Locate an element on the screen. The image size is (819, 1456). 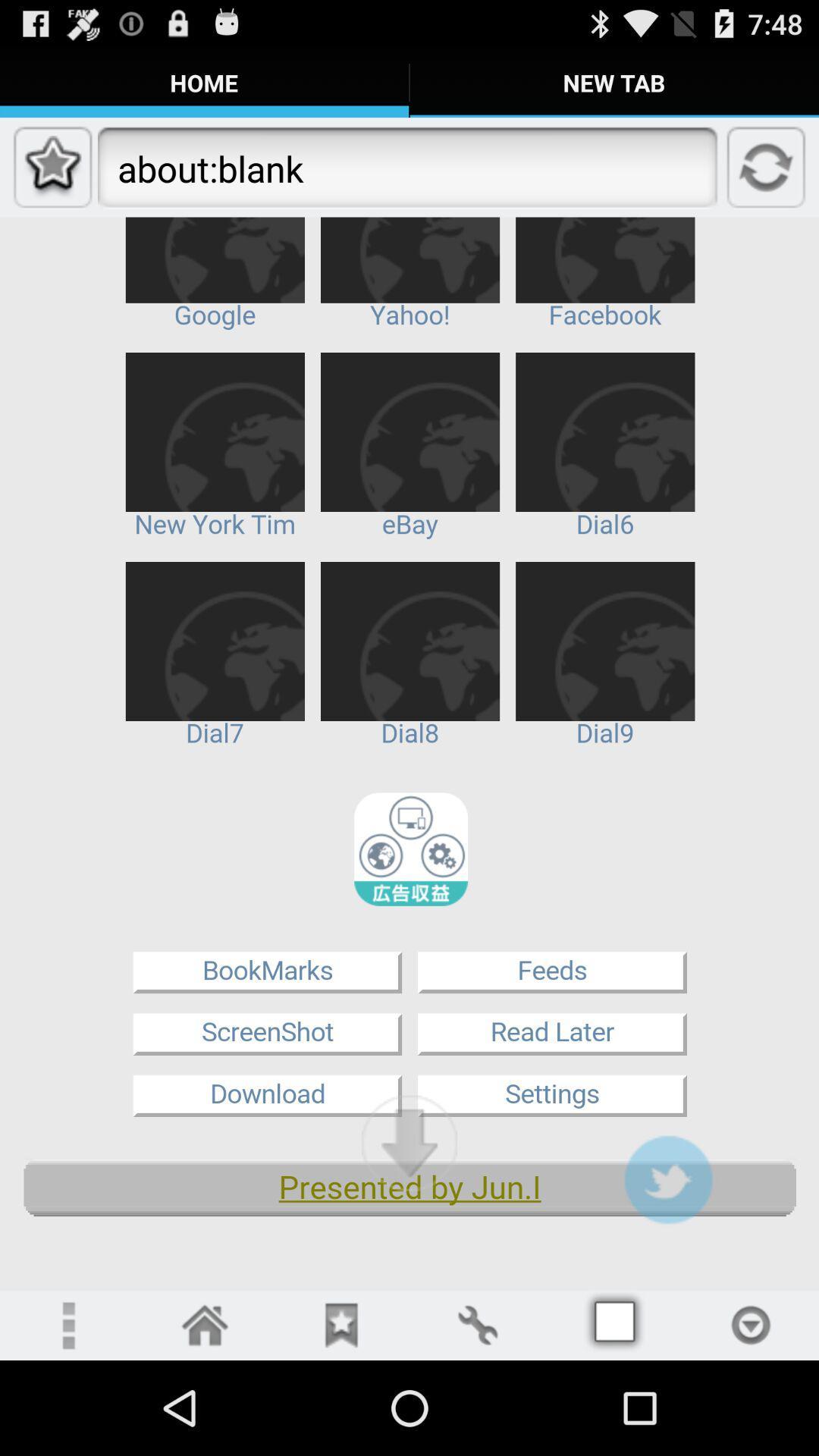
rive is located at coordinates (341, 1324).